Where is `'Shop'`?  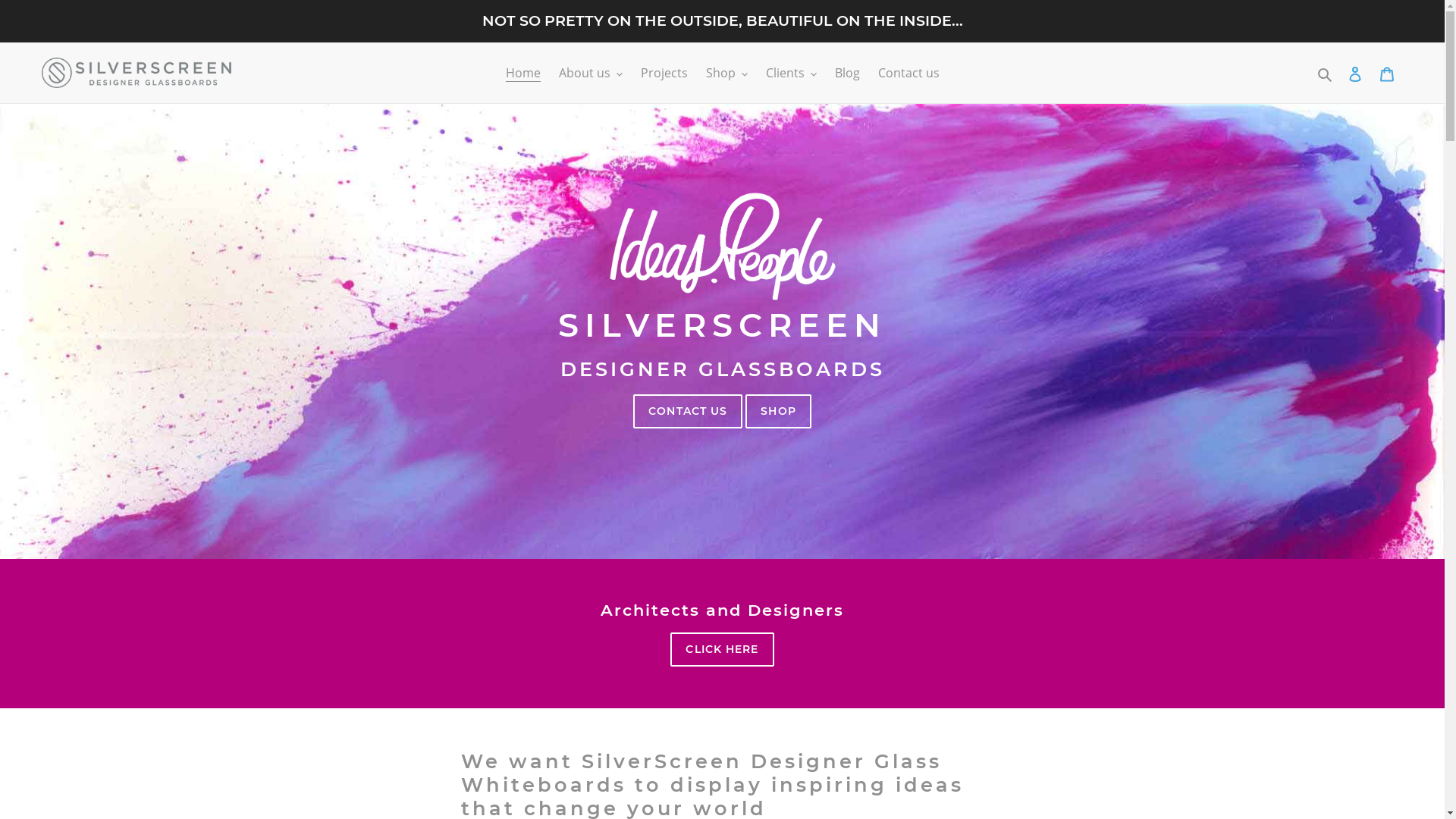
'Shop' is located at coordinates (725, 73).